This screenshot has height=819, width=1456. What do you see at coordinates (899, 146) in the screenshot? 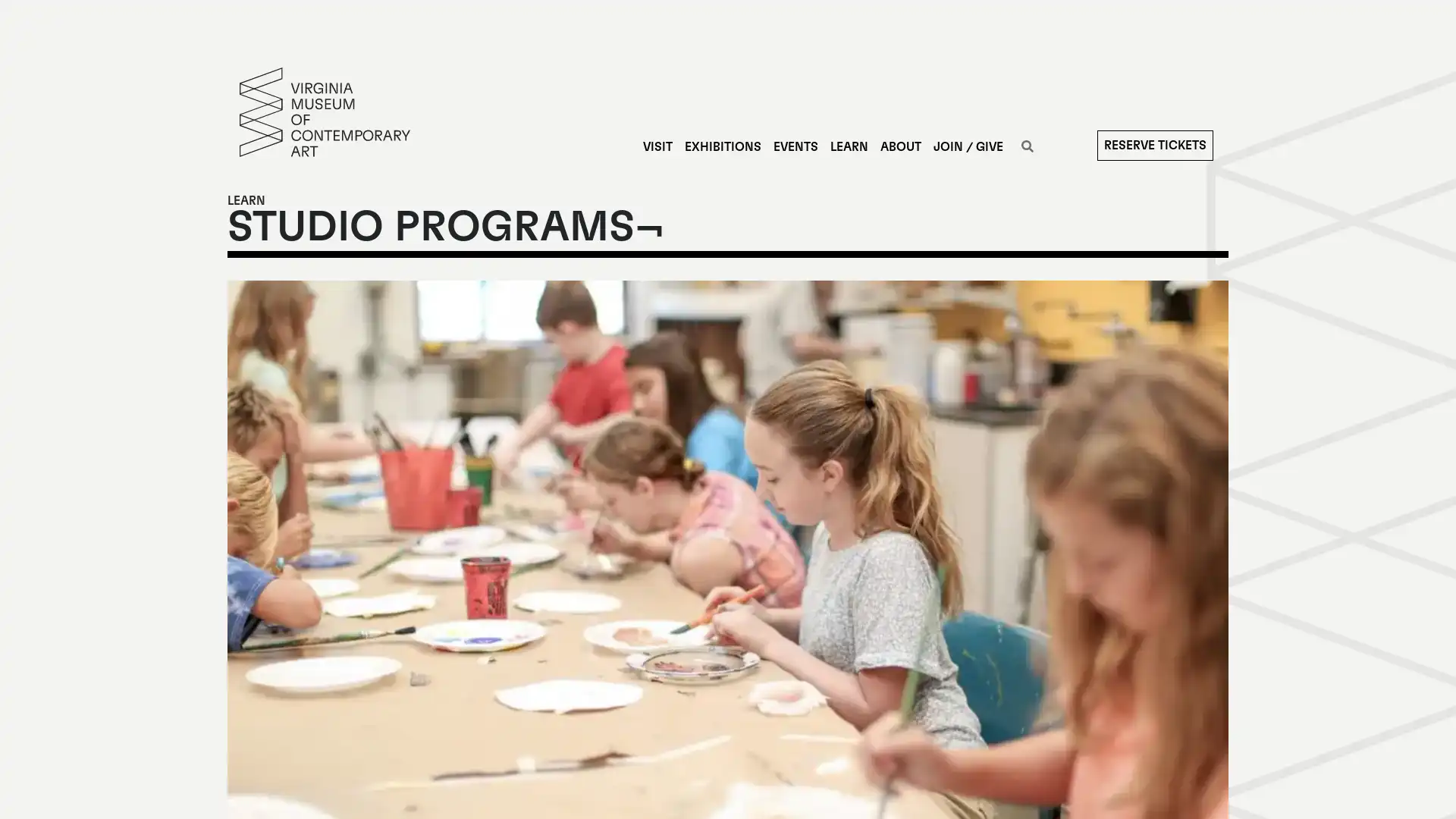
I see `ABOUT` at bounding box center [899, 146].